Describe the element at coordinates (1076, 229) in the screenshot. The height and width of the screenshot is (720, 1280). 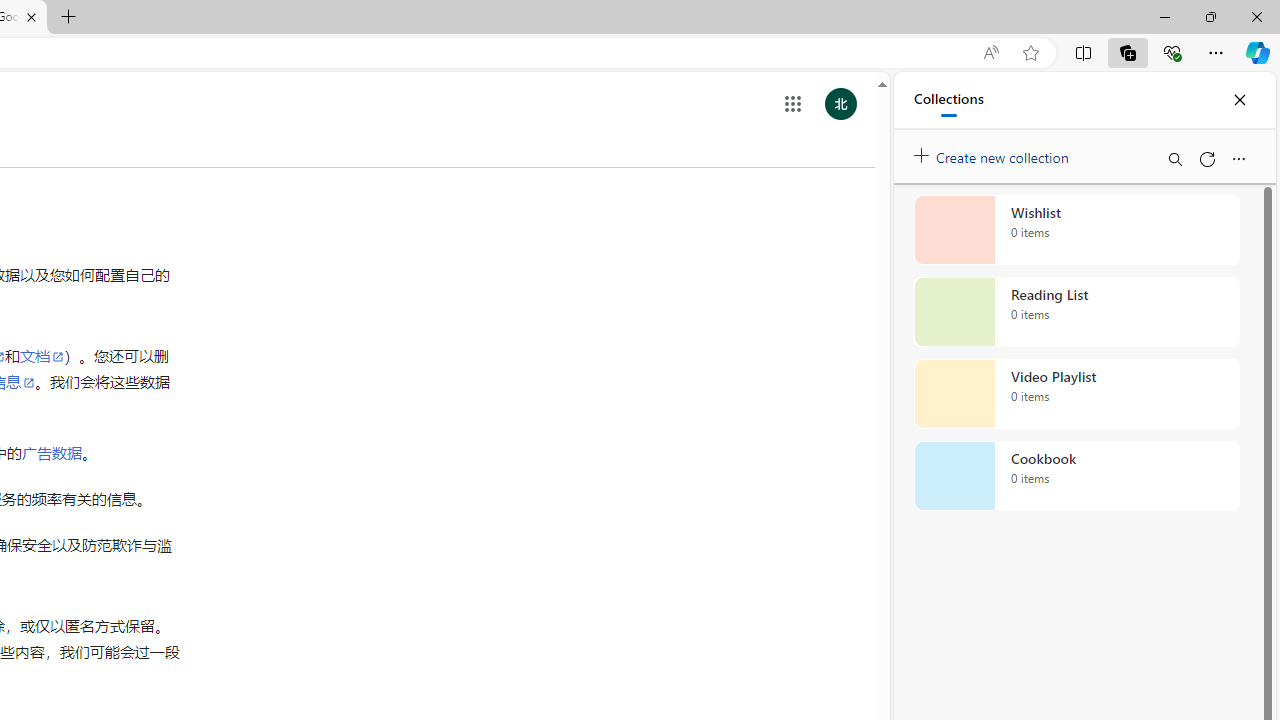
I see `'Wishlist collection, 0 items'` at that location.